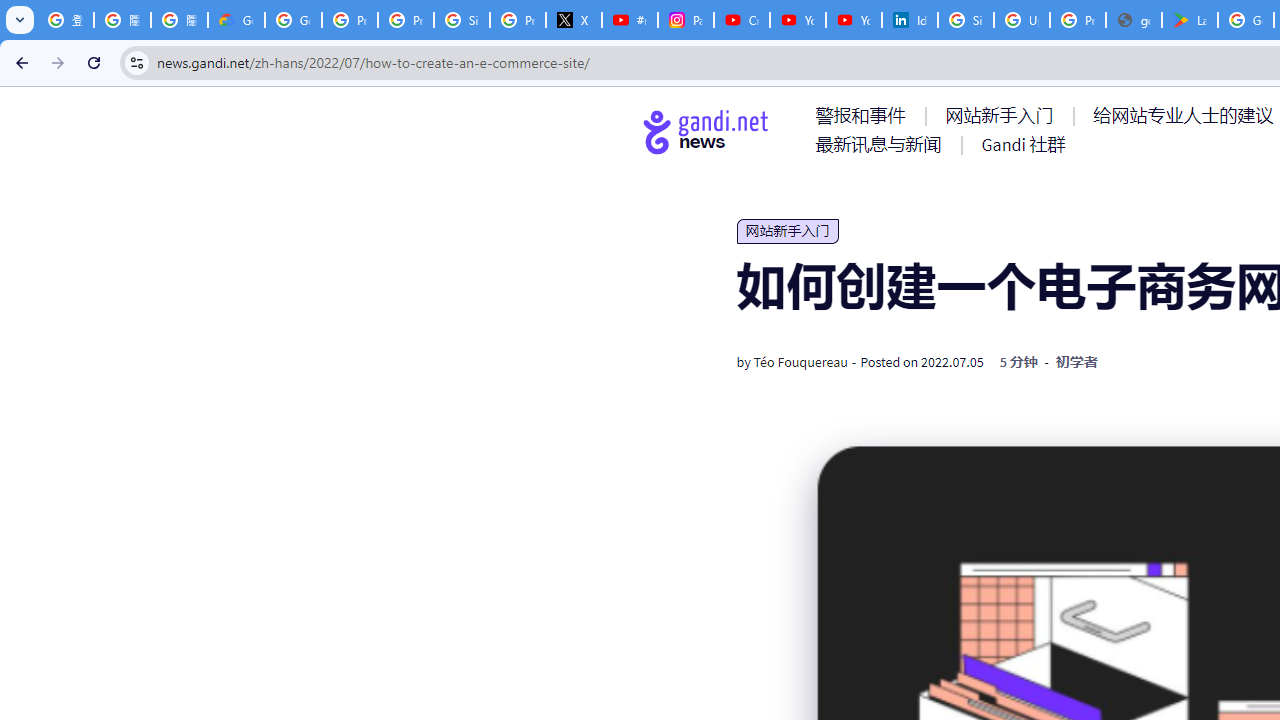 This screenshot has width=1280, height=720. Describe the element at coordinates (909, 20) in the screenshot. I see `'Identity verification via Persona | LinkedIn Help'` at that location.